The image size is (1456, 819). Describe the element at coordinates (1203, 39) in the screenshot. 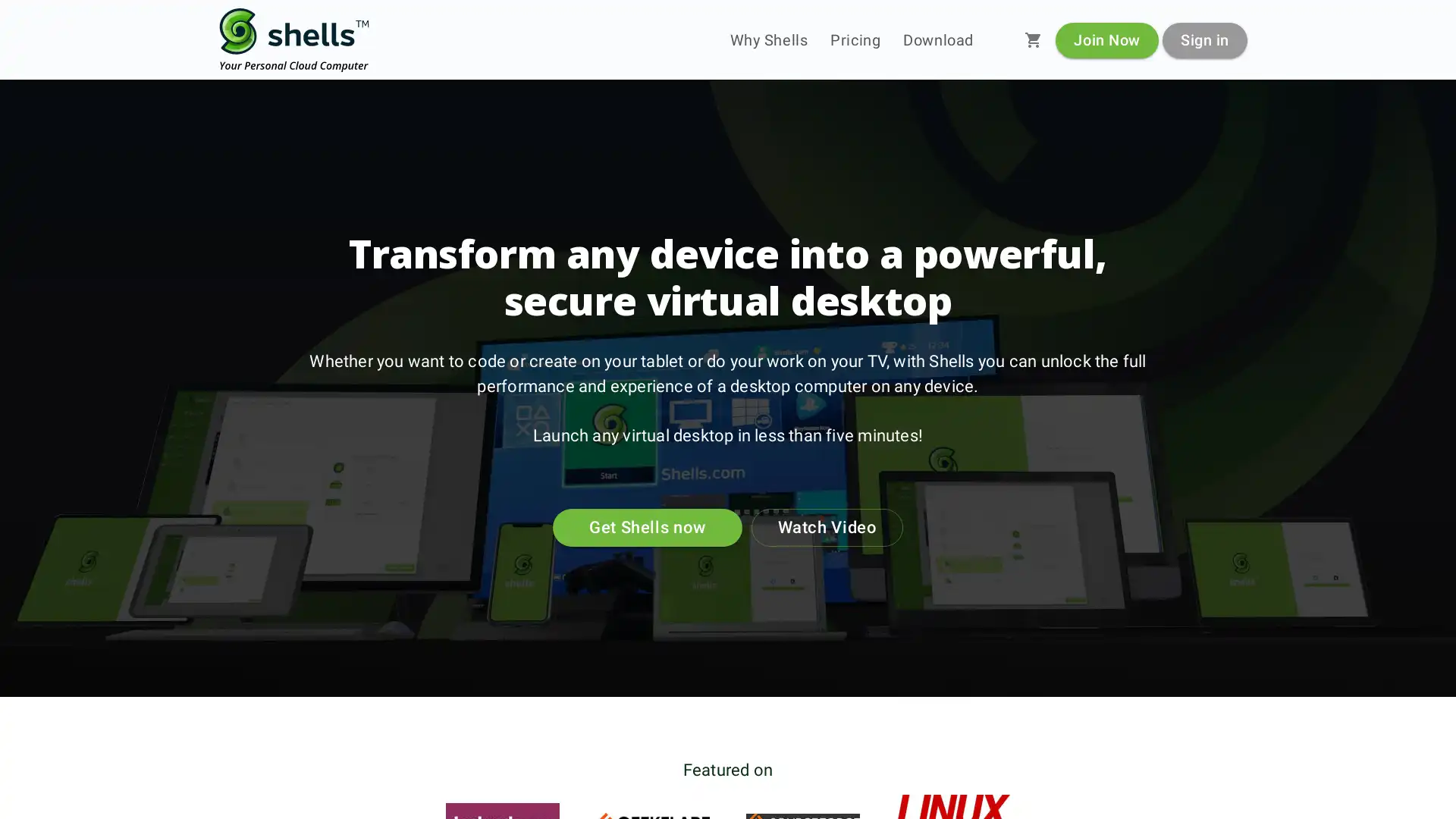

I see `Sign in` at that location.